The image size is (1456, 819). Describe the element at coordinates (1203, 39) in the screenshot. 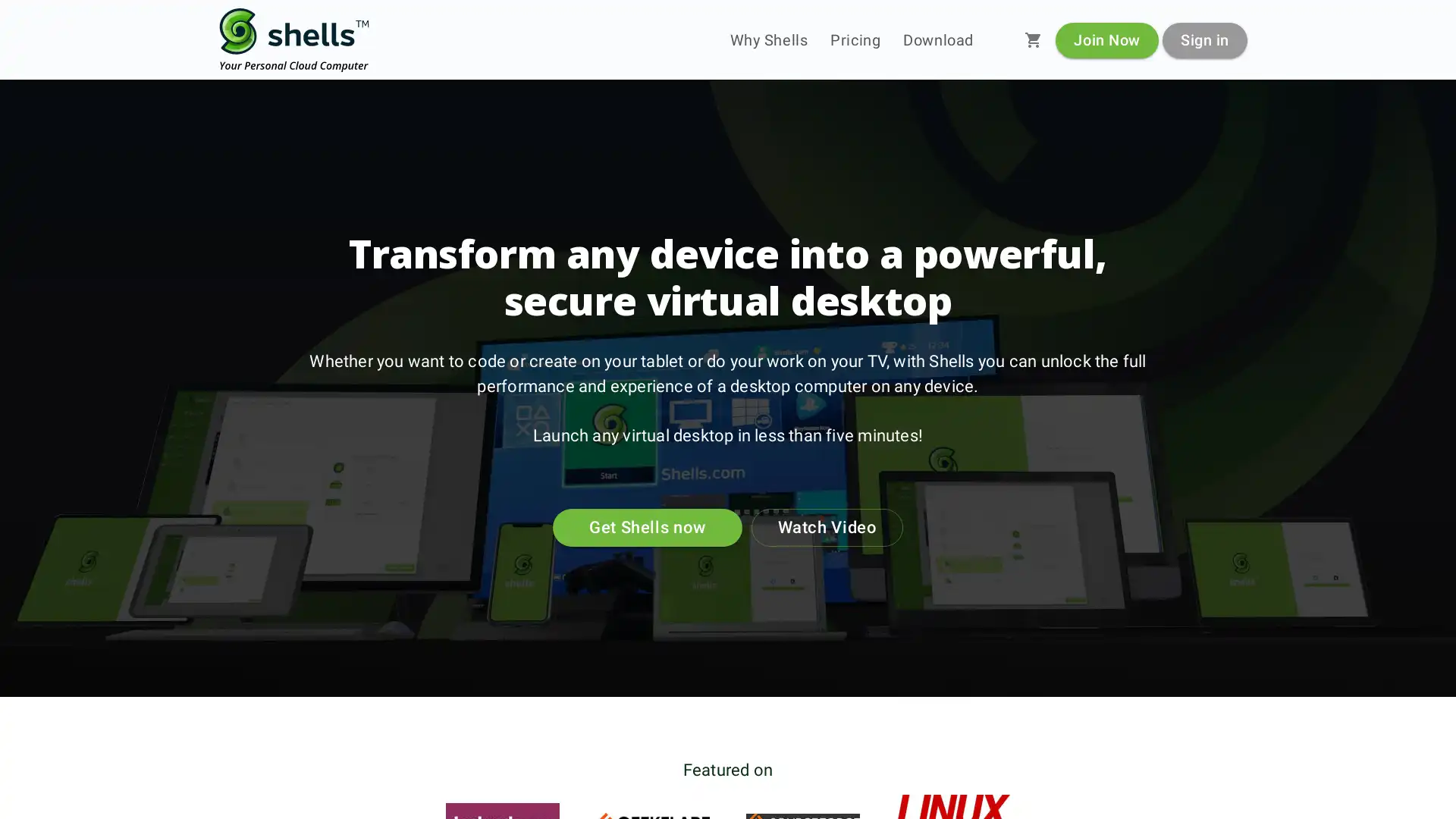

I see `Sign in` at that location.